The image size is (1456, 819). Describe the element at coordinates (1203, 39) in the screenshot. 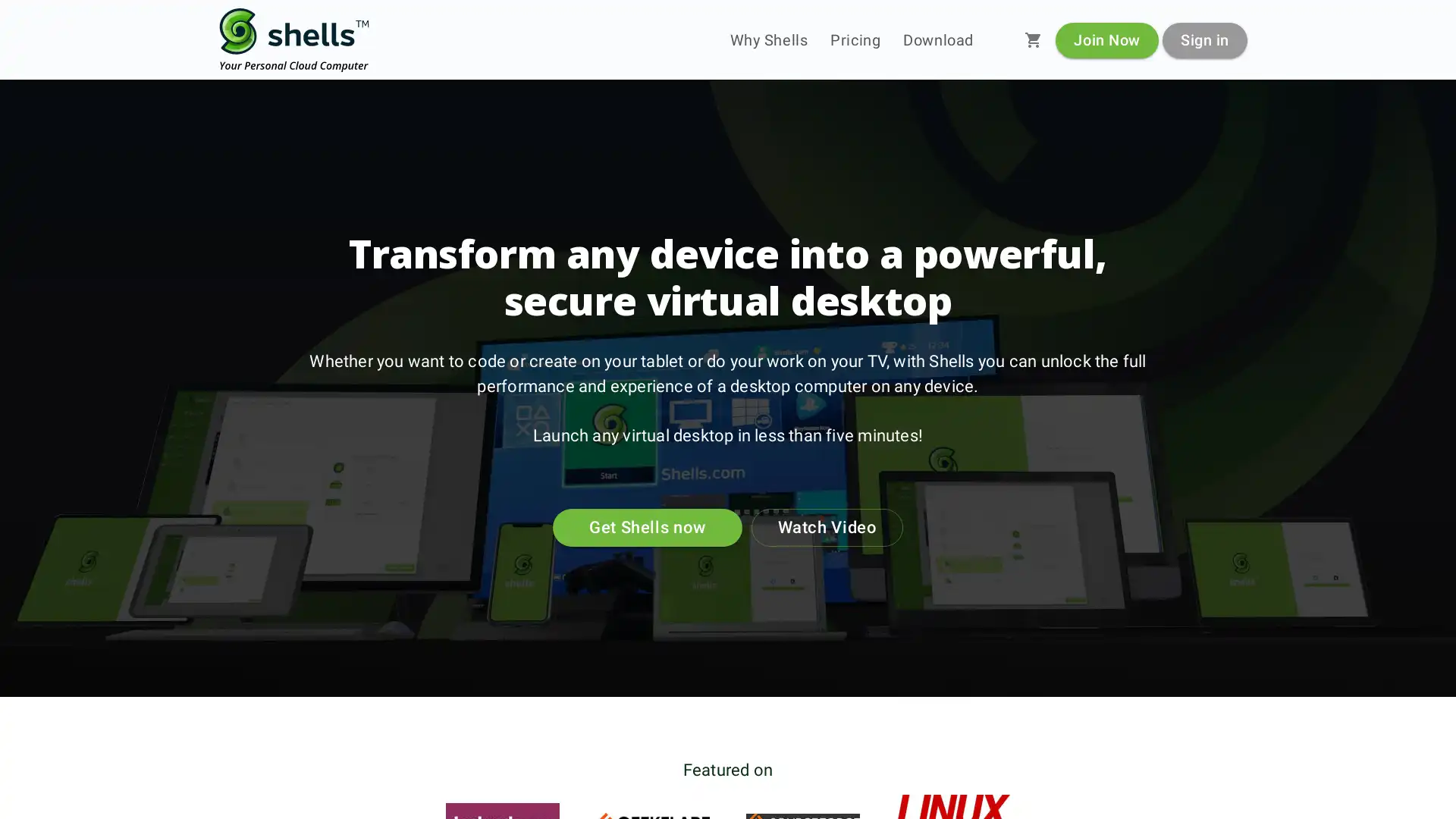

I see `Sign in` at that location.